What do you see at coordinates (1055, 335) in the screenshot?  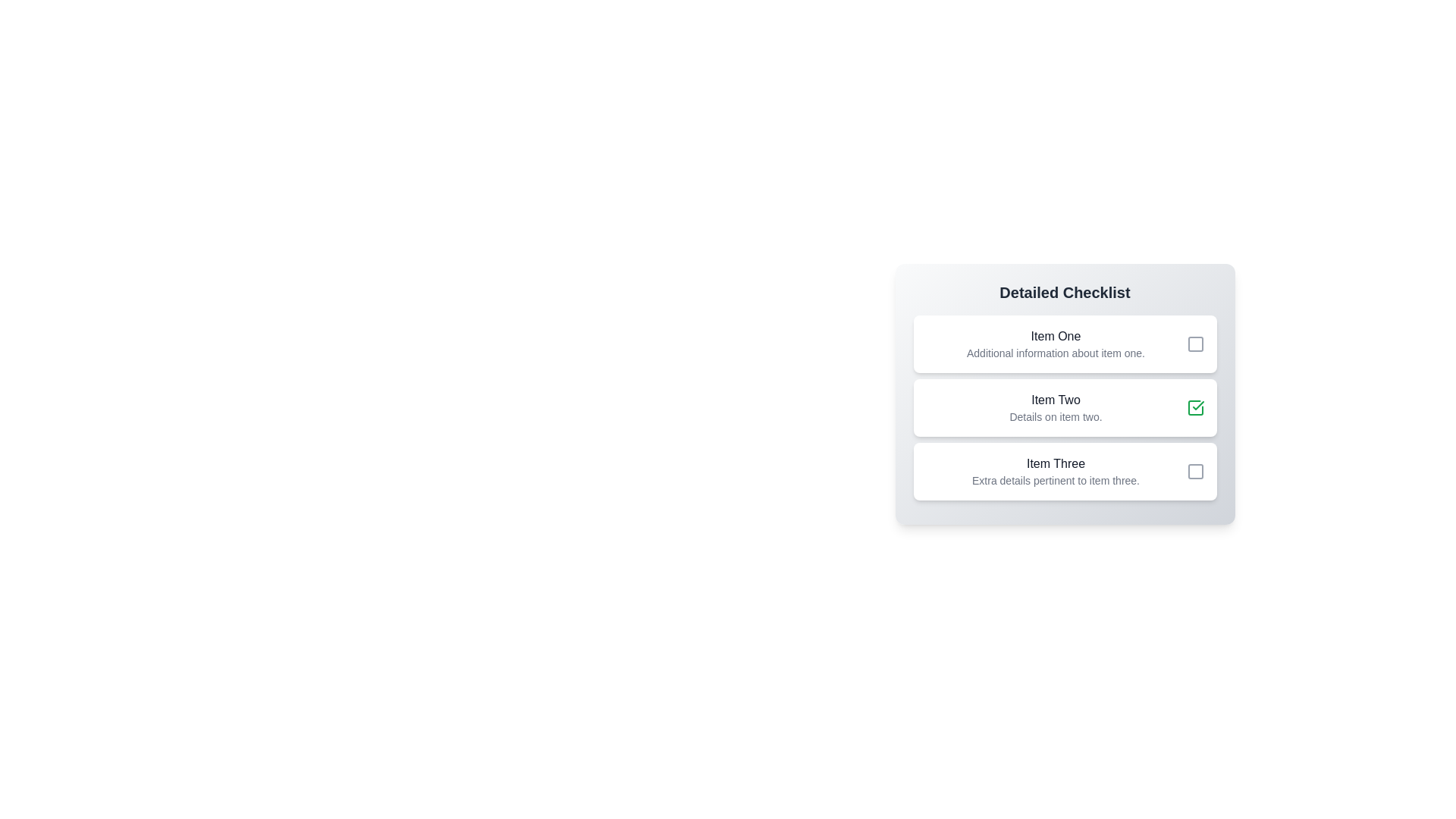 I see `the static text element that serves as the title for the first list item in the 'Detailed Checklist' interface, located above the supporting detail text 'Additional information about item one'` at bounding box center [1055, 335].